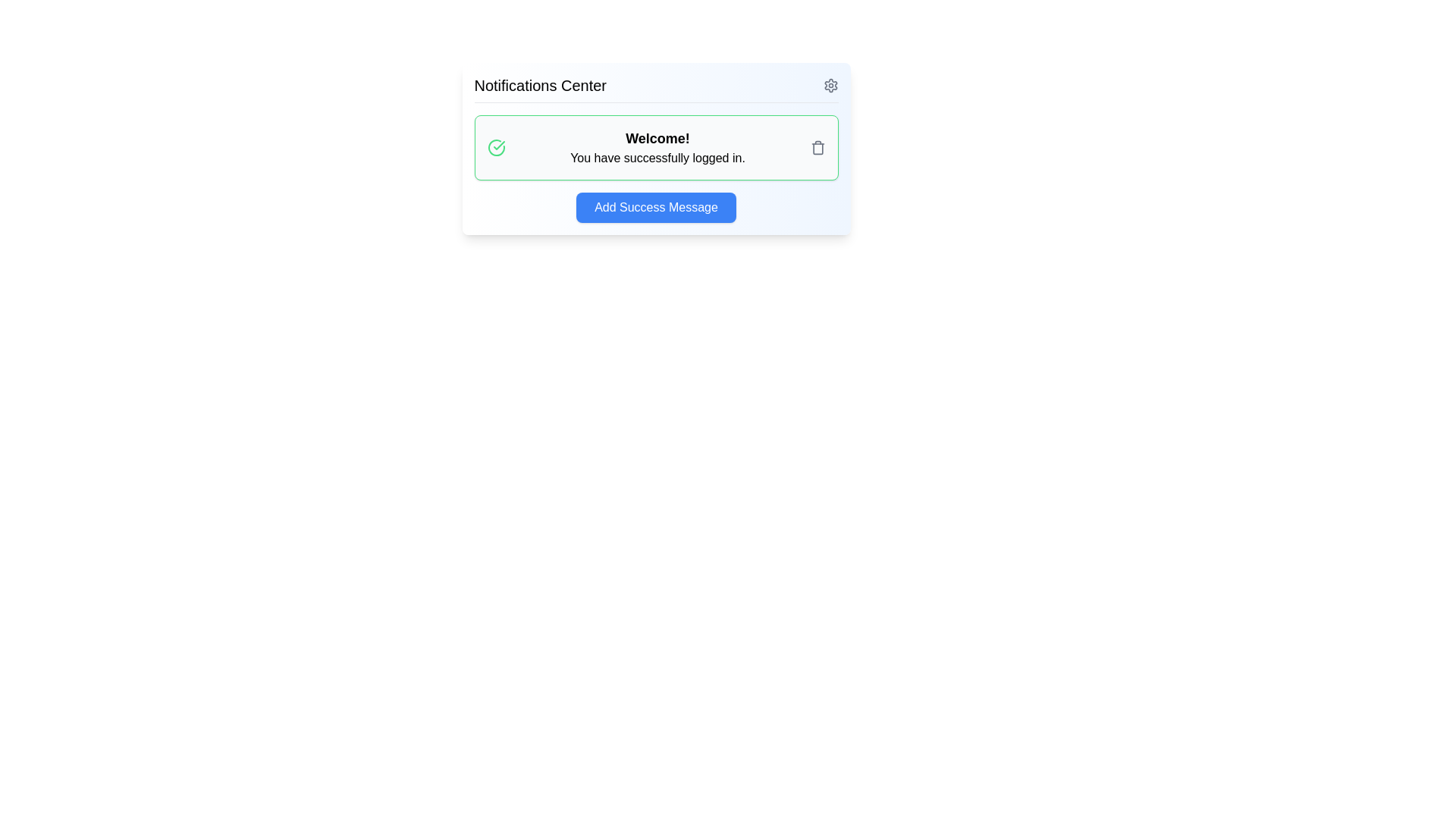 This screenshot has width=1456, height=819. Describe the element at coordinates (656, 148) in the screenshot. I see `message notification confirming successful login, located in the Notifications Center just below the title and above the 'Add Success Message' button` at that location.